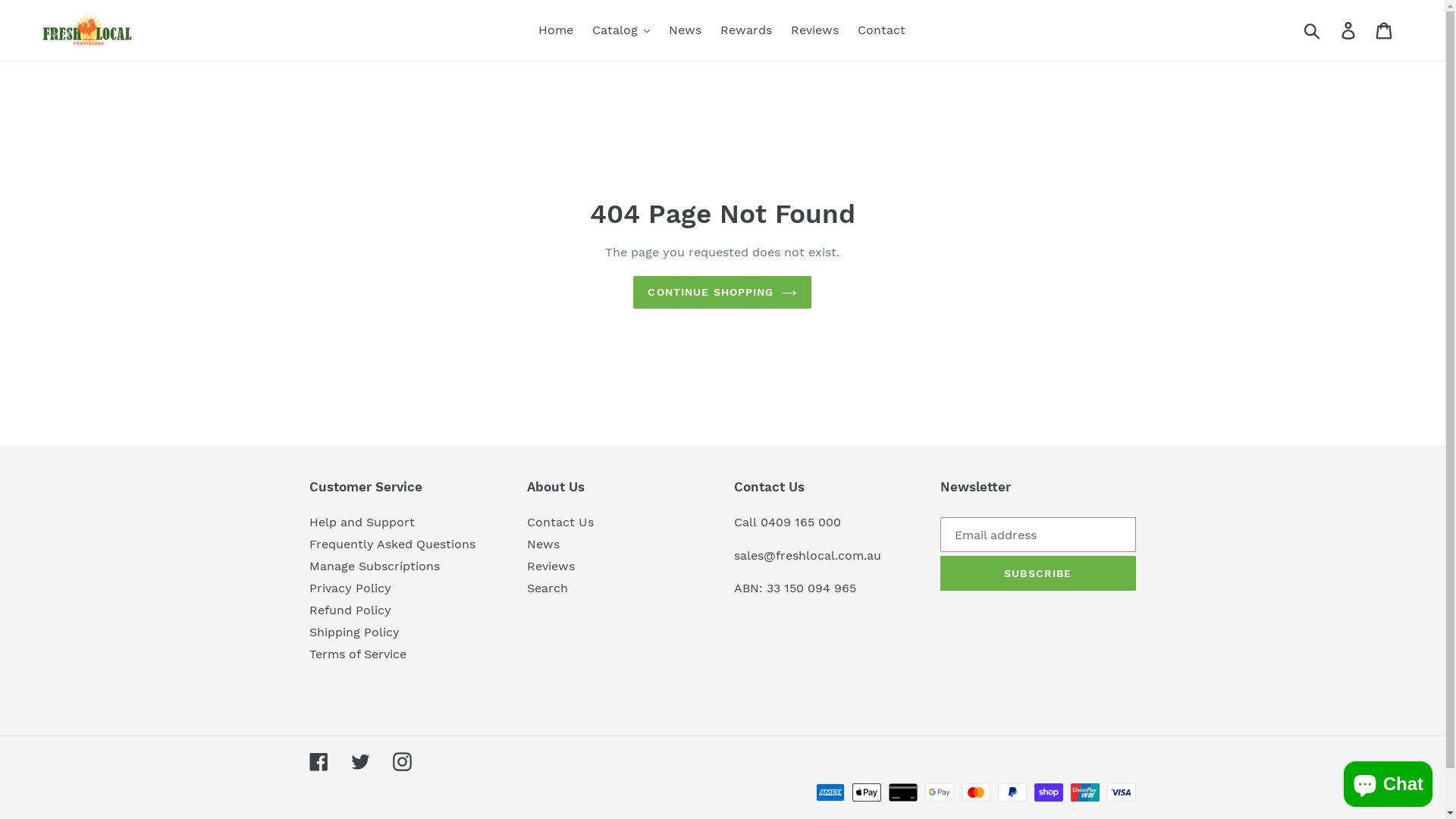 This screenshot has width=1456, height=819. Describe the element at coordinates (375, 566) in the screenshot. I see `'Manage Subscriptions'` at that location.